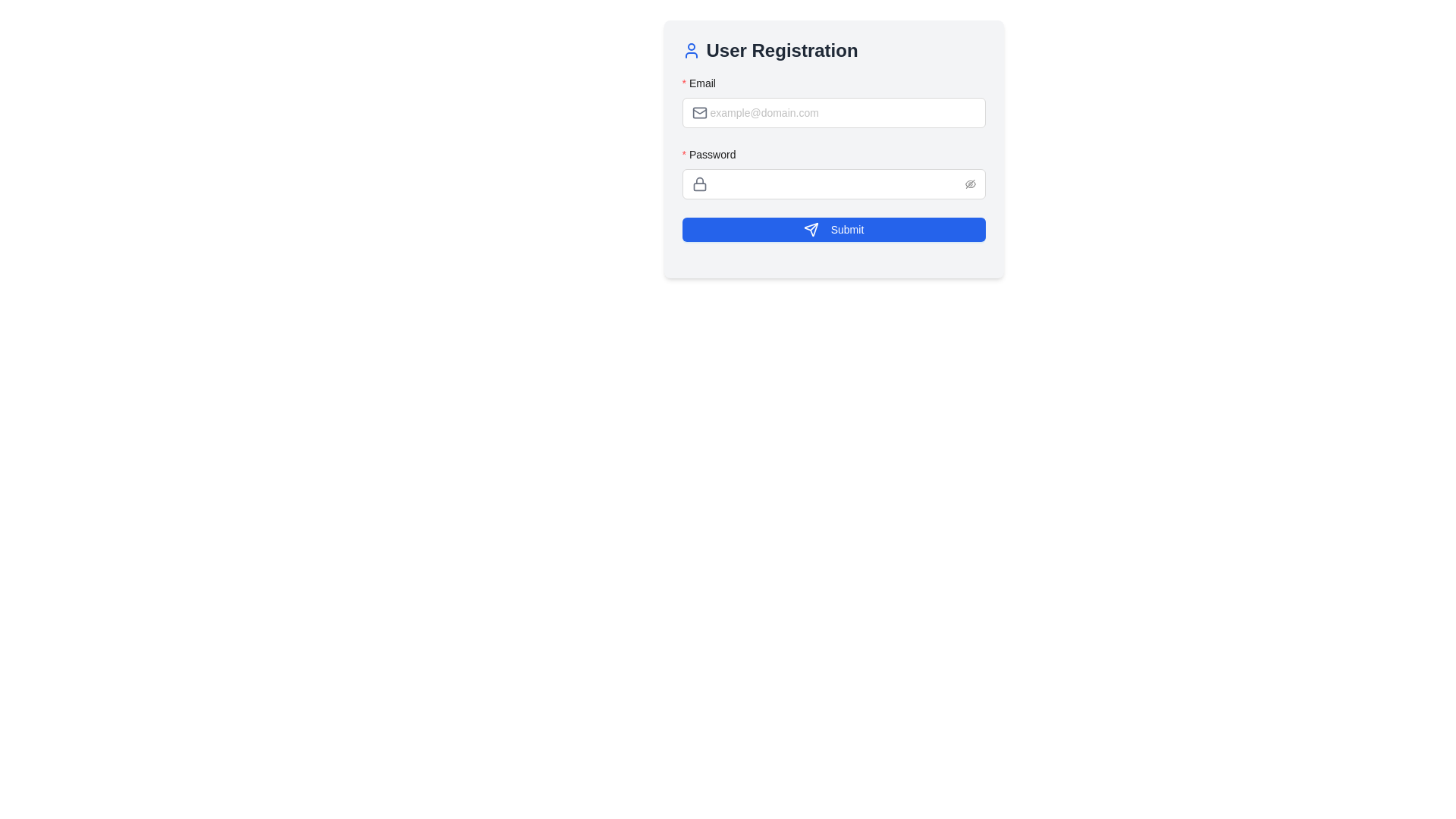 This screenshot has width=1456, height=819. What do you see at coordinates (833, 230) in the screenshot?
I see `the 'Submit' button` at bounding box center [833, 230].